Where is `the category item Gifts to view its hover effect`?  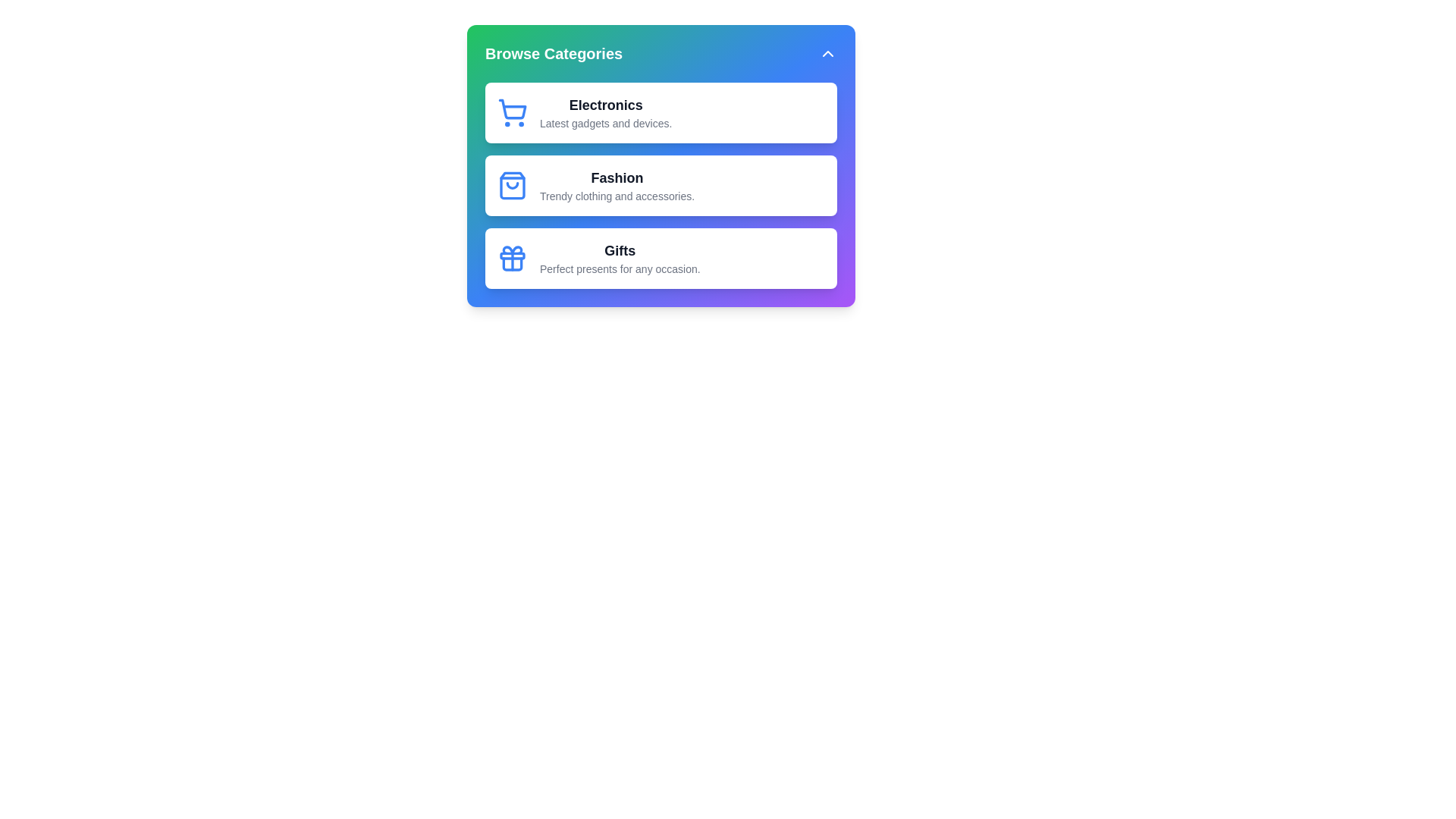 the category item Gifts to view its hover effect is located at coordinates (661, 257).